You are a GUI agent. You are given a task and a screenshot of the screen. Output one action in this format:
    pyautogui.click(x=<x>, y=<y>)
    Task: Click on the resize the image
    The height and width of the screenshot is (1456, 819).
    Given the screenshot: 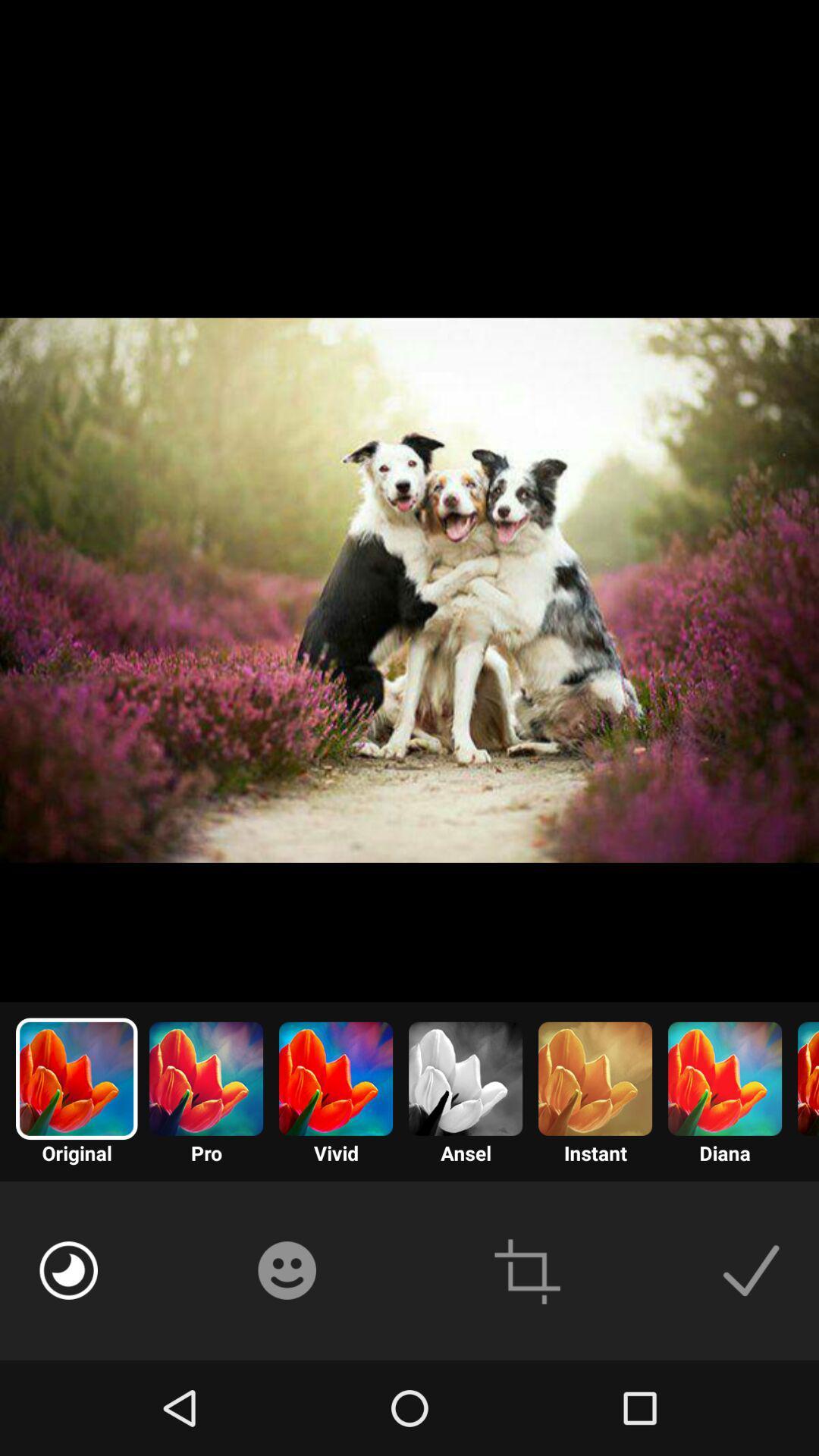 What is the action you would take?
    pyautogui.click(x=526, y=1270)
    